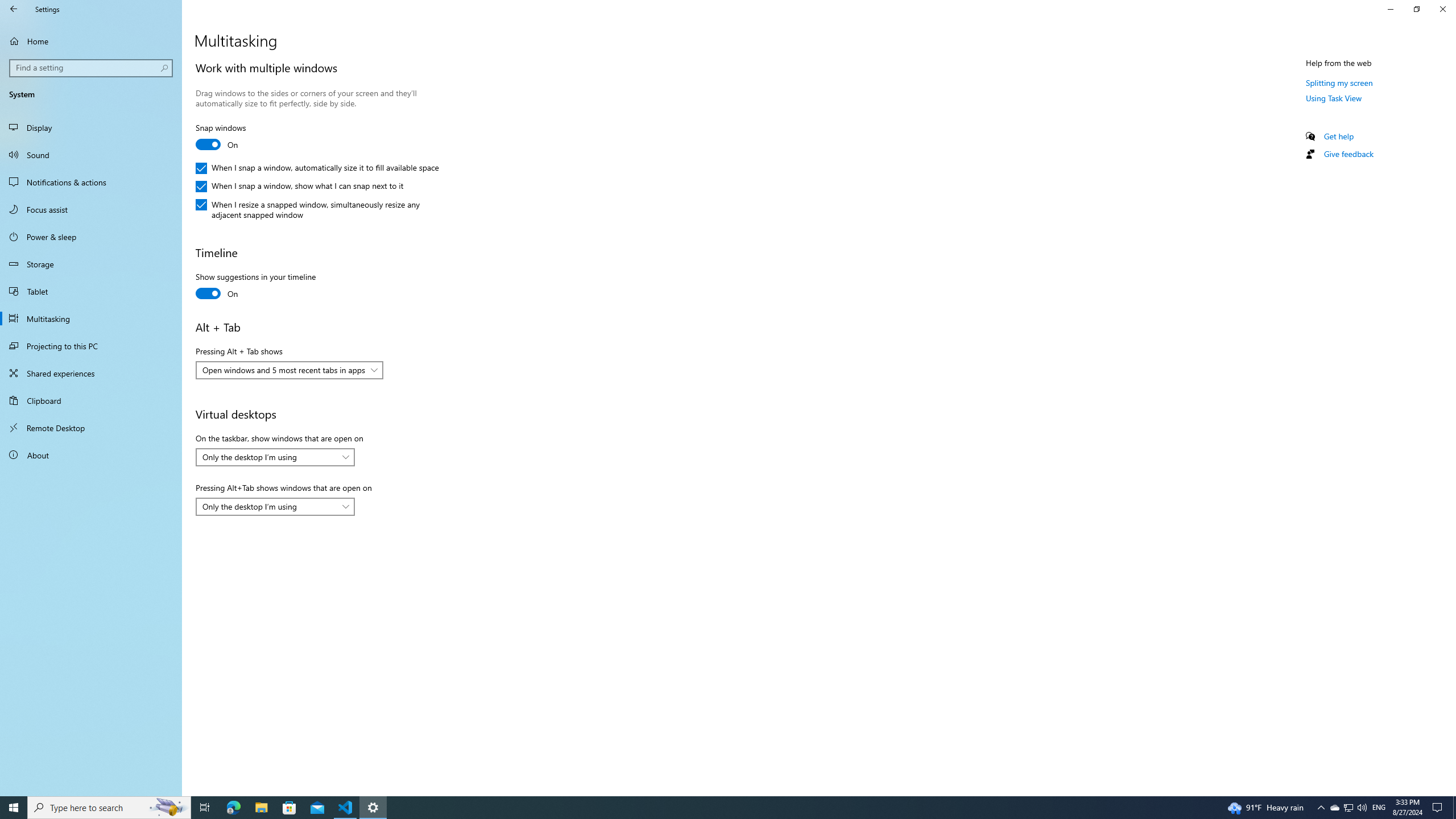 This screenshot has height=819, width=1456. I want to click on 'File Explorer', so click(260, 806).